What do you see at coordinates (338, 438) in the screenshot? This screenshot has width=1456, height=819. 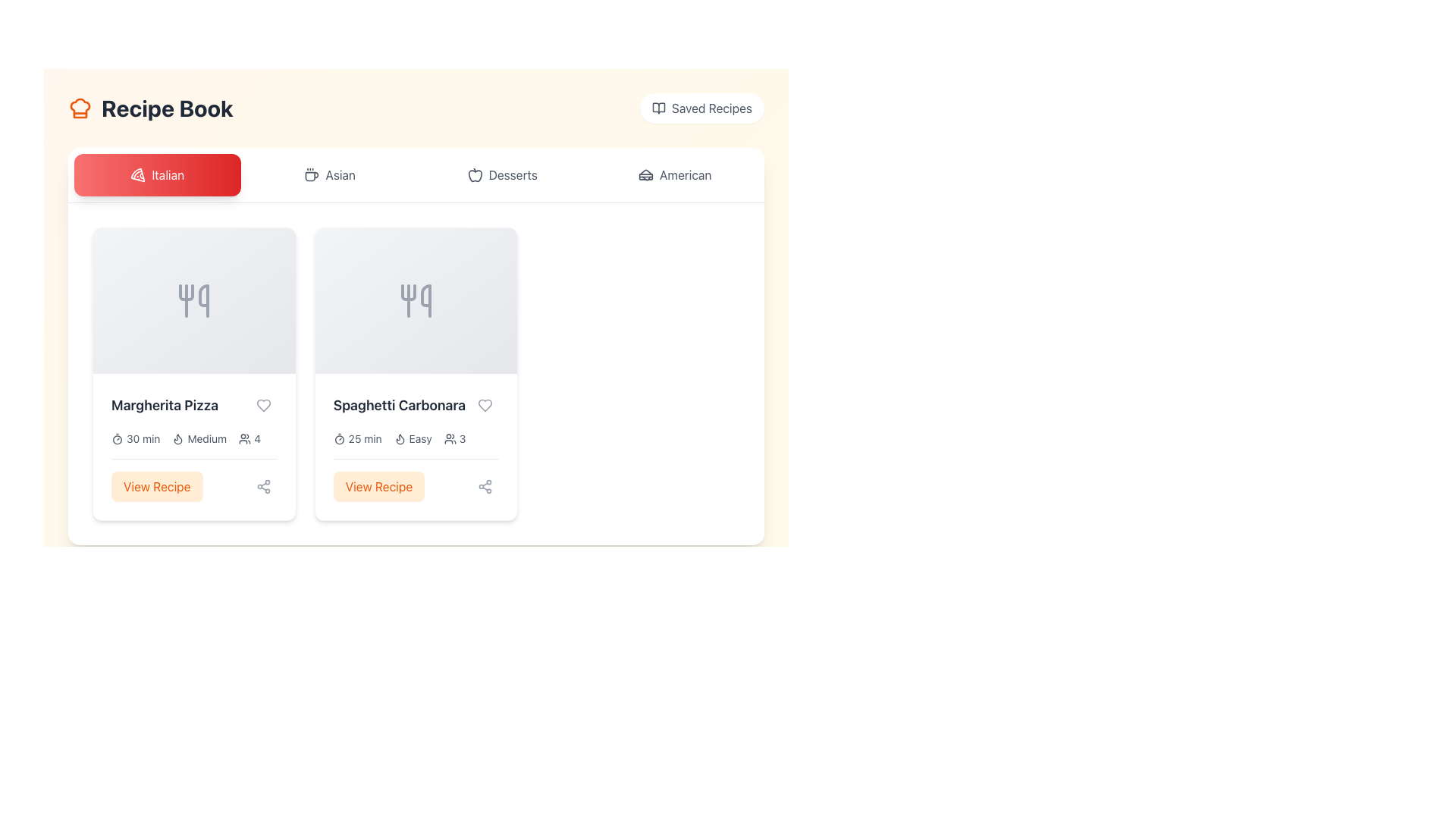 I see `the timer icon (SVG) representing preparation time in the second recipe card, located to the left of the '25 min' text` at bounding box center [338, 438].